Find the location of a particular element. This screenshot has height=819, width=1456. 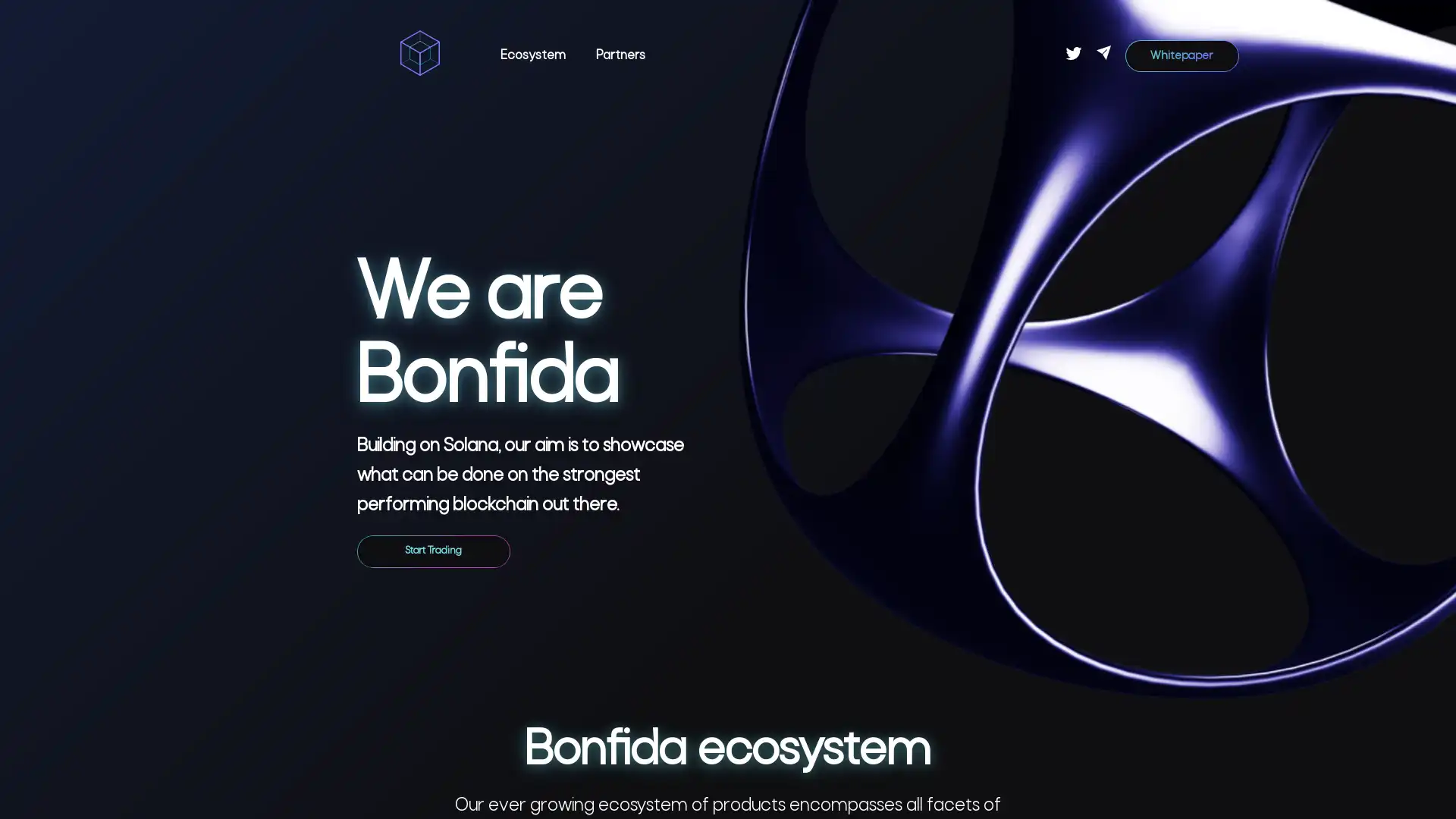

Start Trading is located at coordinates (432, 551).